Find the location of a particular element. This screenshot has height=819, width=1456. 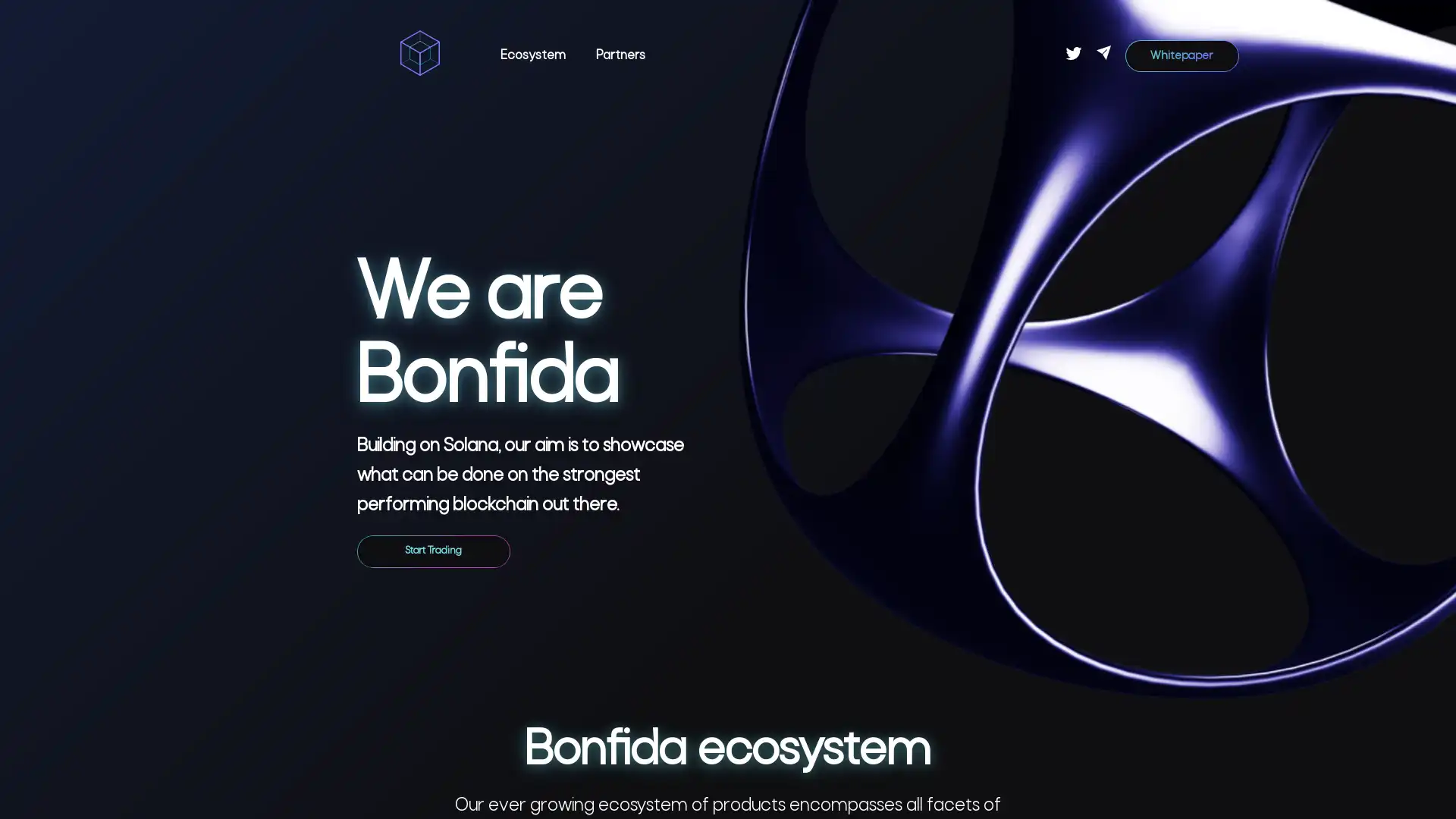

Start Trading is located at coordinates (432, 551).